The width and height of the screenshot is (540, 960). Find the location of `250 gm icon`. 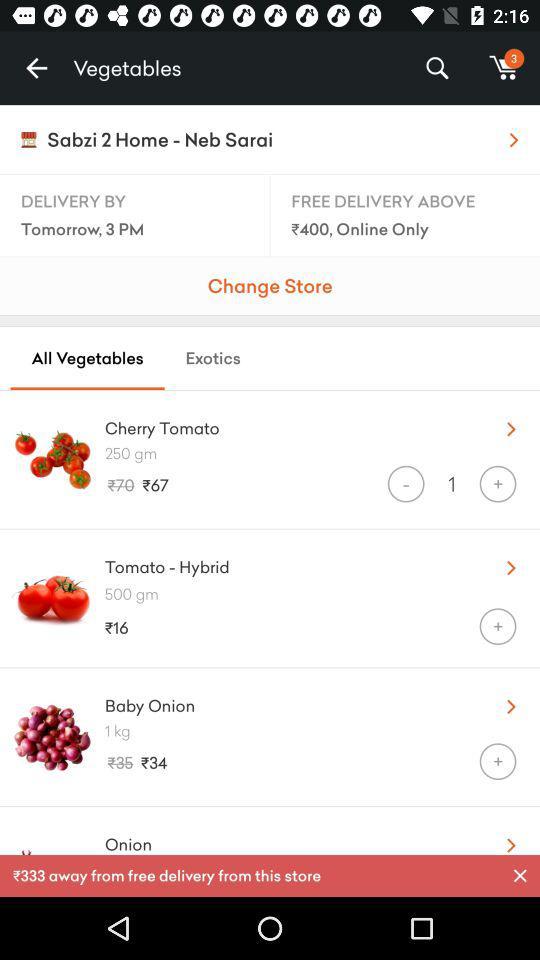

250 gm icon is located at coordinates (322, 453).